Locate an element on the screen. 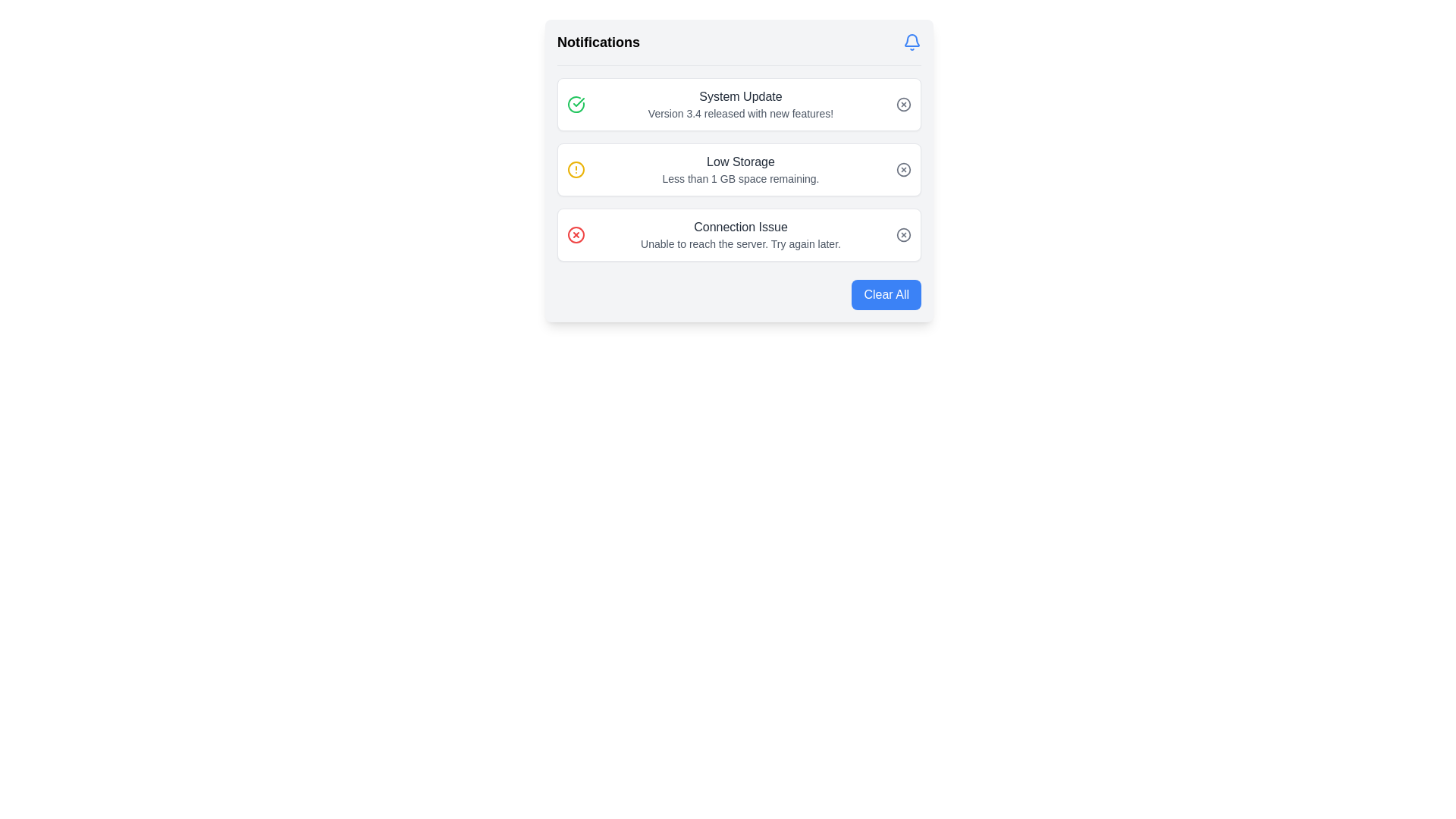 The height and width of the screenshot is (819, 1456). the static text label indicating a connection issue, which is the third notification in the list, providing a message about the server being unreachable is located at coordinates (741, 234).